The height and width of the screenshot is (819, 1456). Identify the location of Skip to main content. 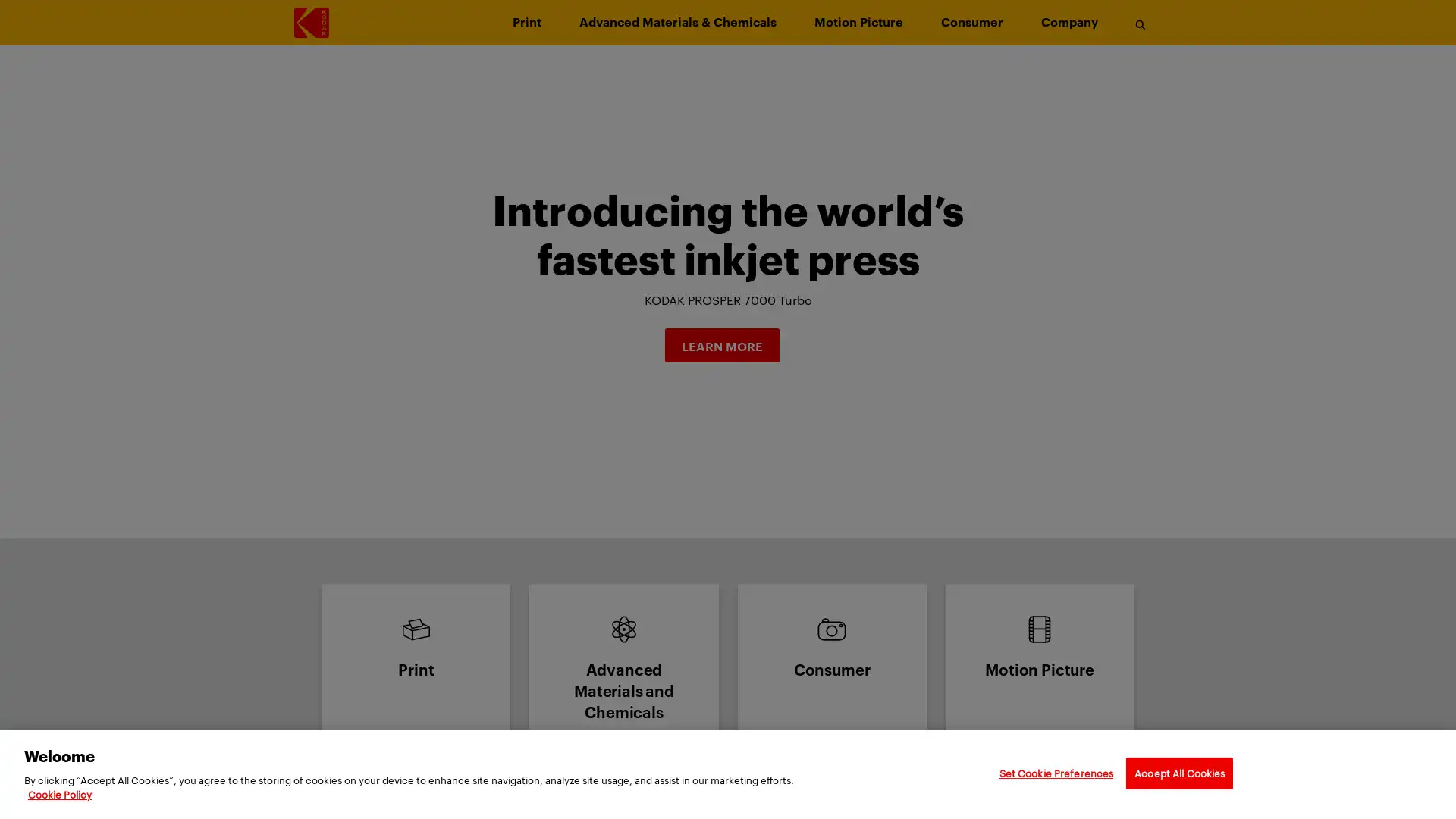
(795, 56).